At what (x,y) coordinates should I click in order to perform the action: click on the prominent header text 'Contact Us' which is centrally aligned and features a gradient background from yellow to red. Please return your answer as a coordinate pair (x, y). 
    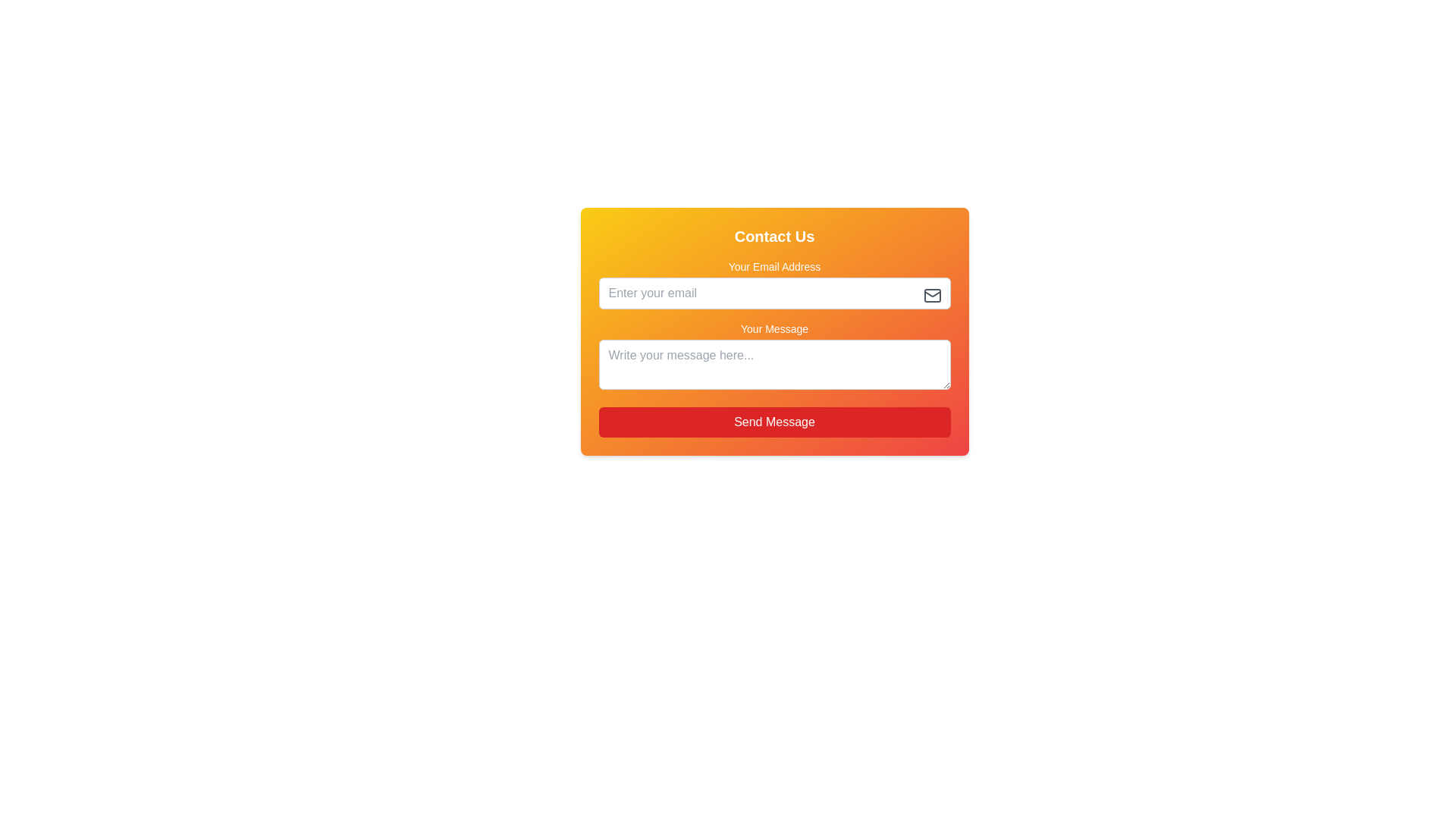
    Looking at the image, I should click on (774, 237).